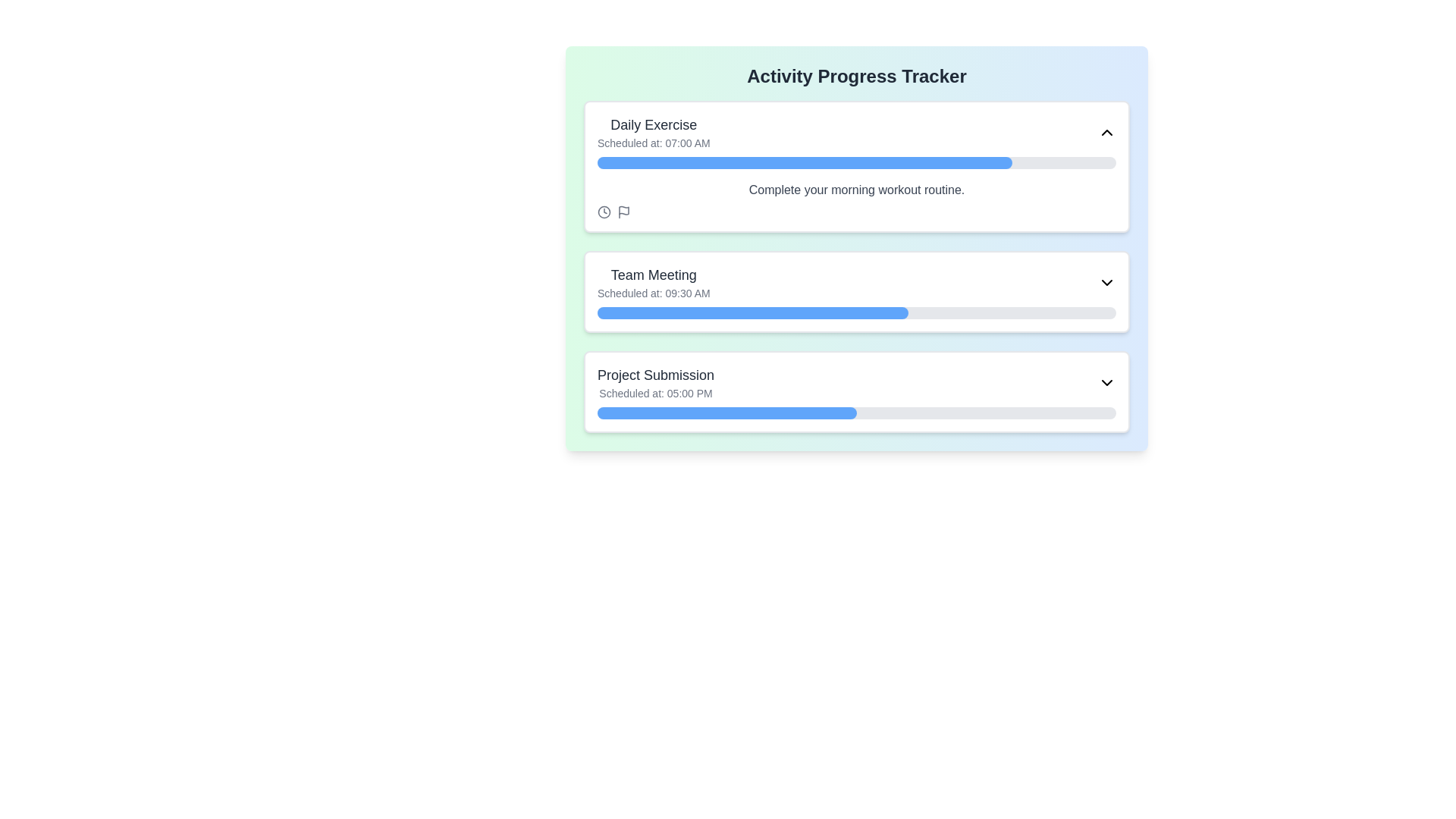  I want to click on the static Progress Bar located in the 'Project Submission' panel, beneath the text 'Scheduled at: 05:00 PM' and to the left of the chevron-down icon, so click(856, 413).